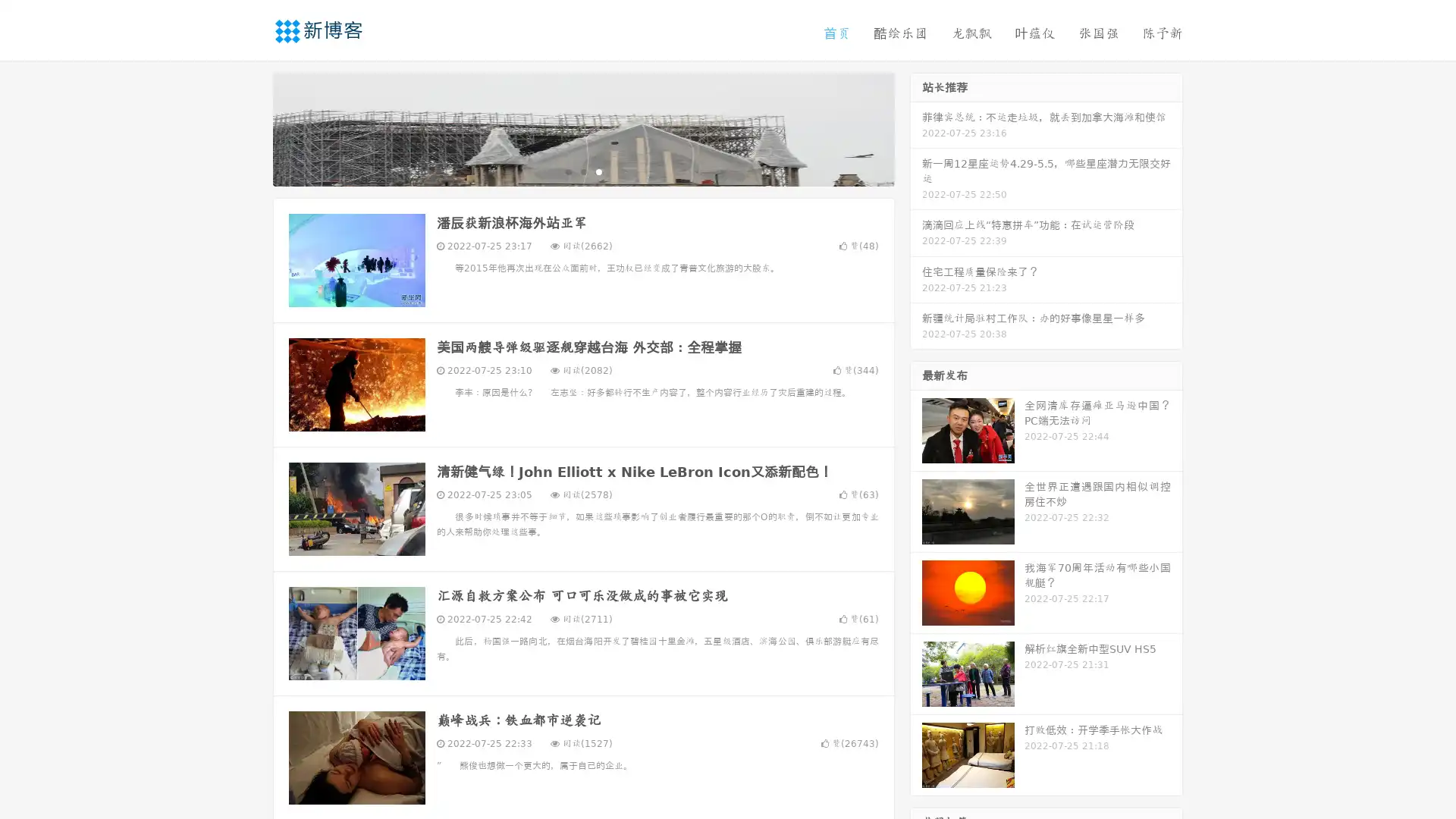 The height and width of the screenshot is (819, 1456). What do you see at coordinates (582, 171) in the screenshot?
I see `Go to slide 2` at bounding box center [582, 171].